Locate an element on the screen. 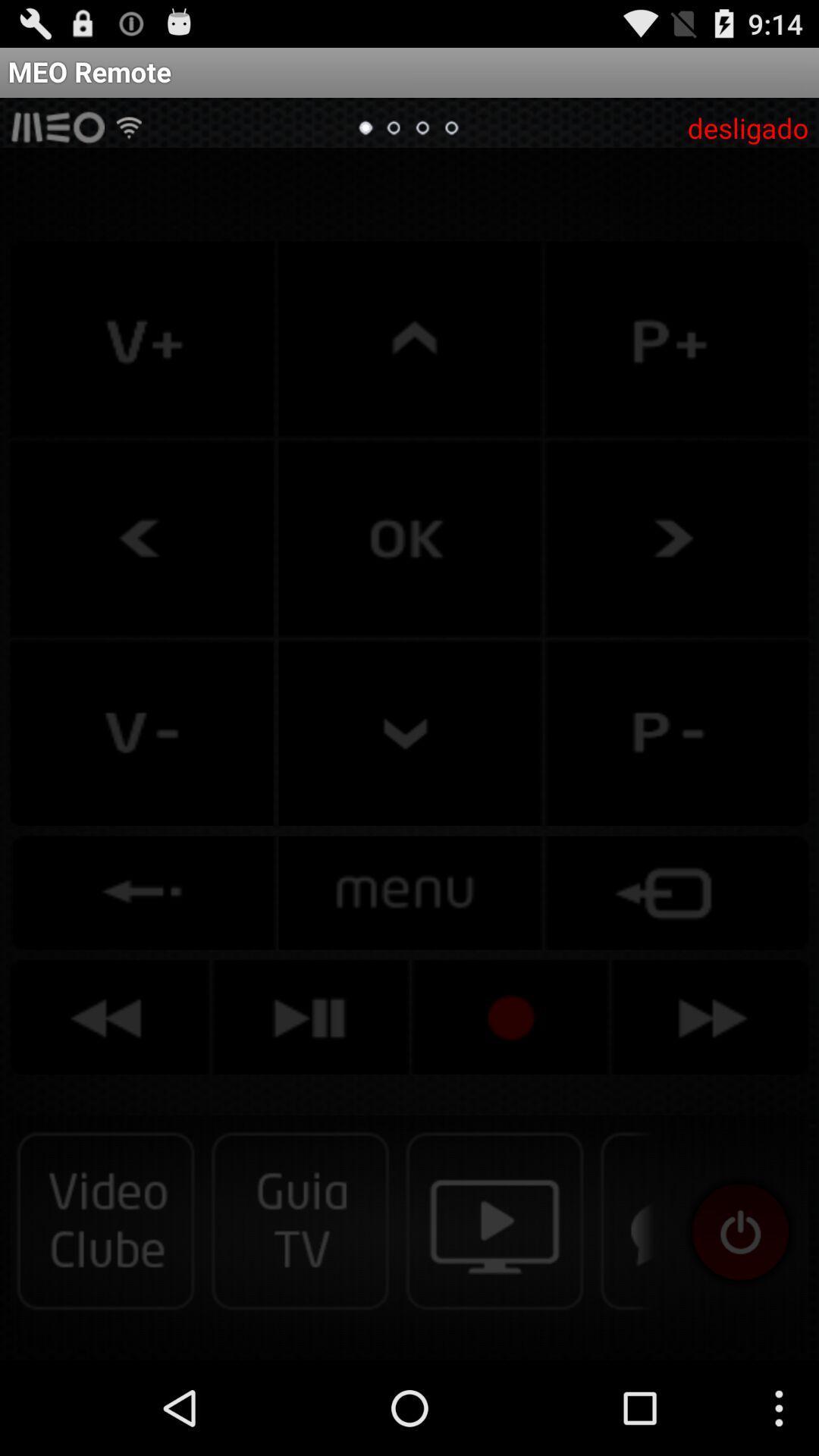 The height and width of the screenshot is (1456, 819). the desligado app is located at coordinates (747, 127).